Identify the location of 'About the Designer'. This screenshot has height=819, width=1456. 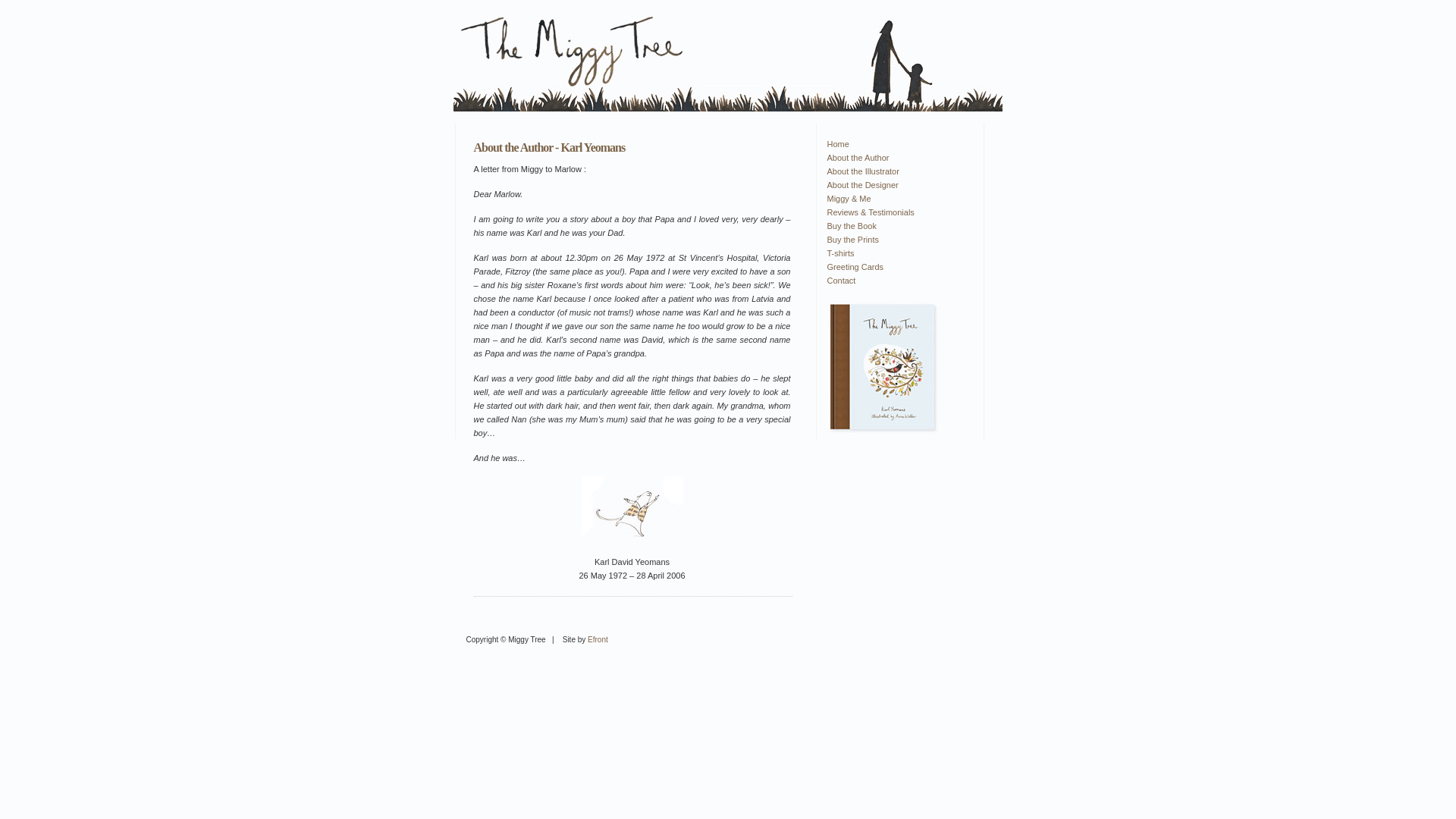
(895, 184).